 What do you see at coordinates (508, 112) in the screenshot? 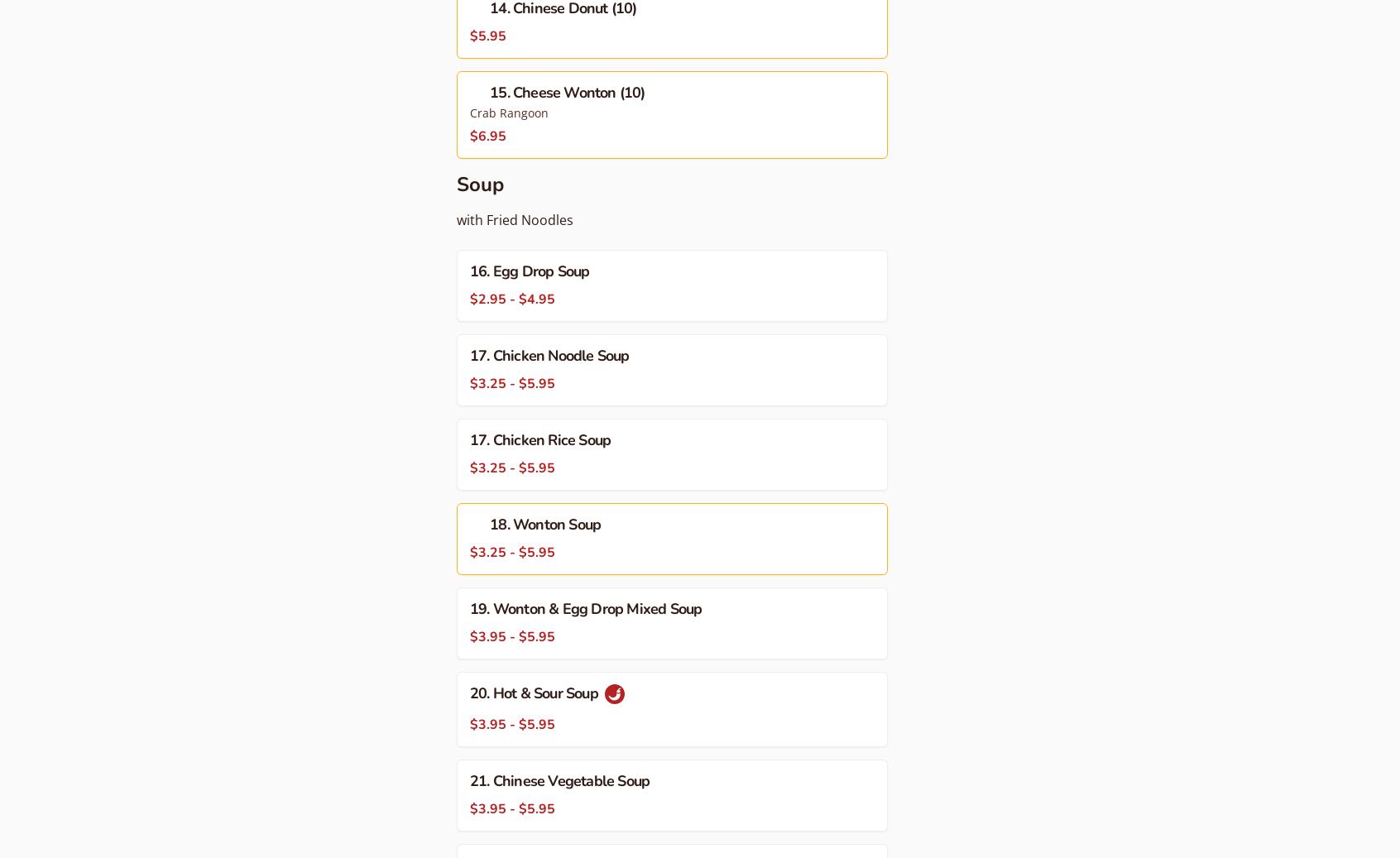
I see `'Crab Rangoon'` at bounding box center [508, 112].